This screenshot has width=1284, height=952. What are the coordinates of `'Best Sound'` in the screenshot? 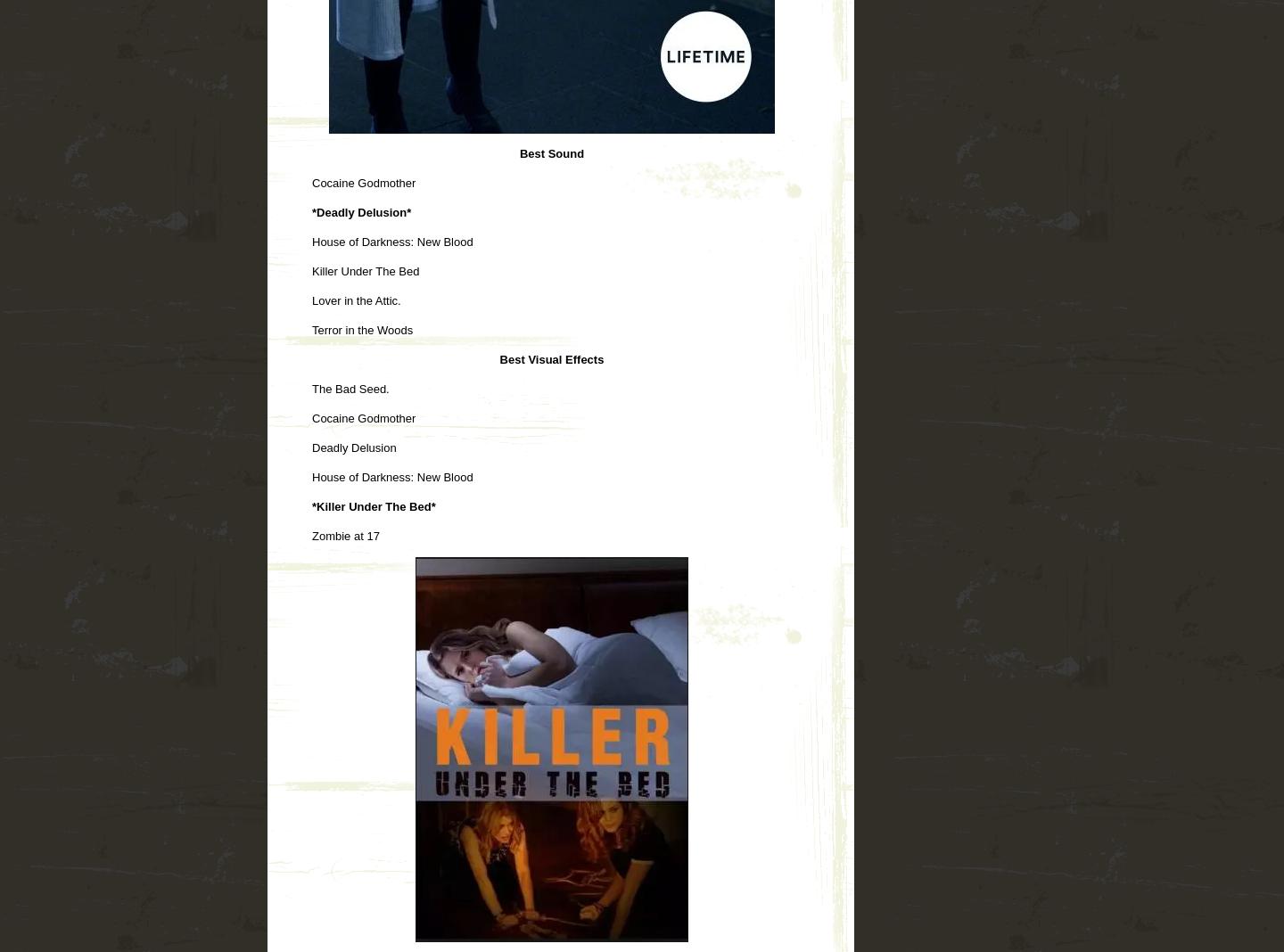 It's located at (550, 152).